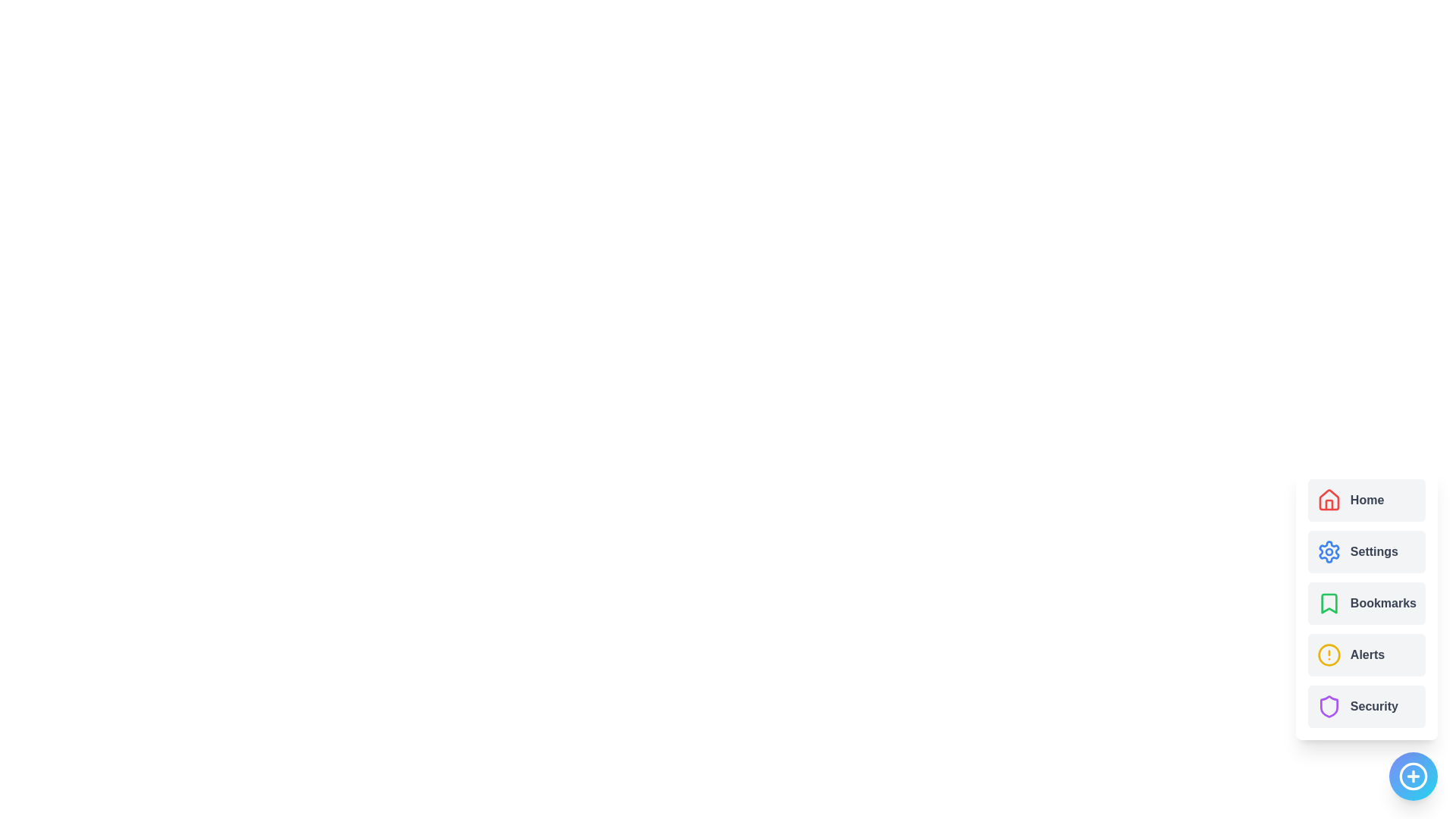 This screenshot has width=1456, height=819. I want to click on the menu item Alerts from the ActionSpeedDial component, so click(1366, 654).